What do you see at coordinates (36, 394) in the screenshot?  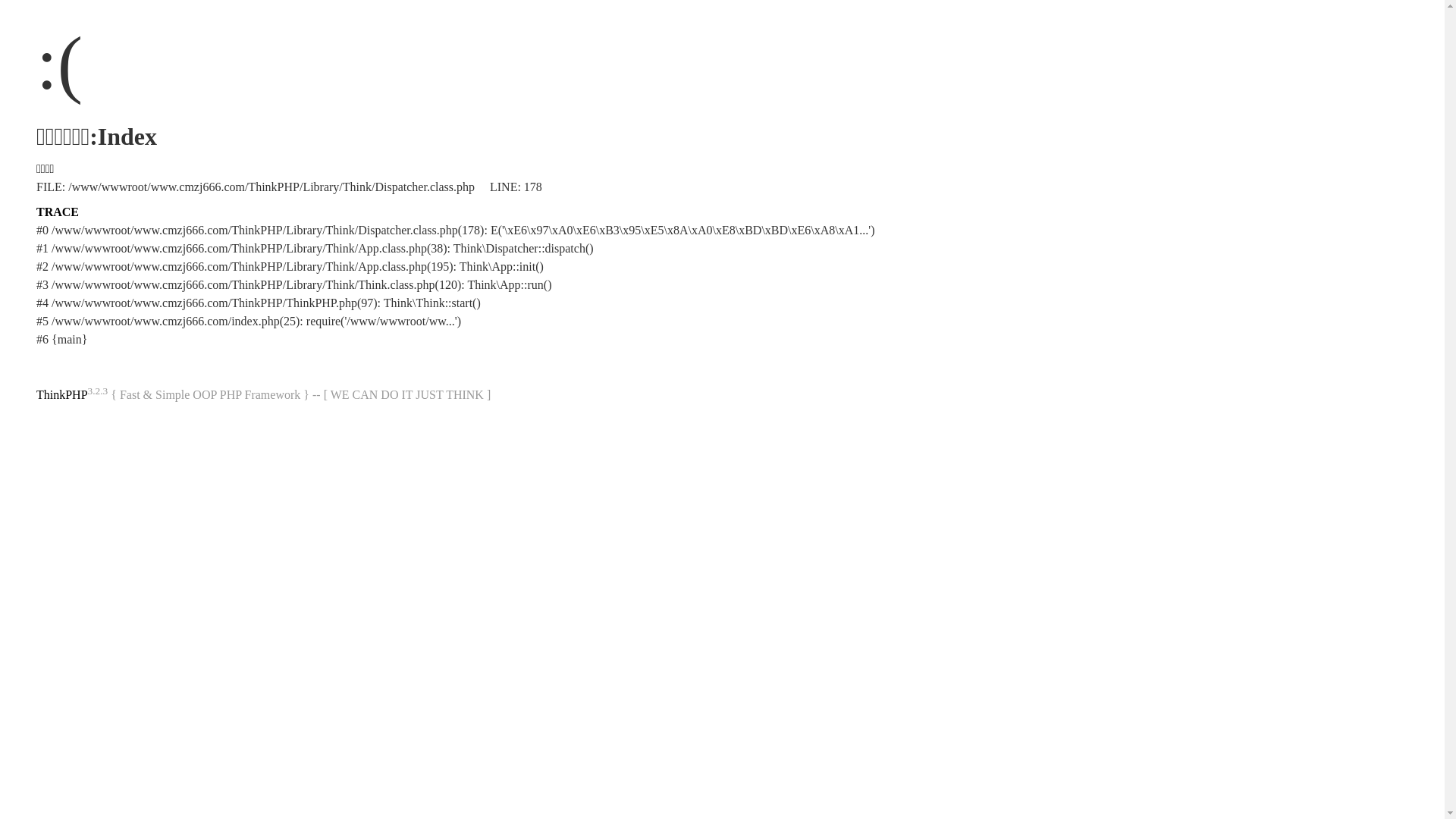 I see `'ThinkPHP'` at bounding box center [36, 394].